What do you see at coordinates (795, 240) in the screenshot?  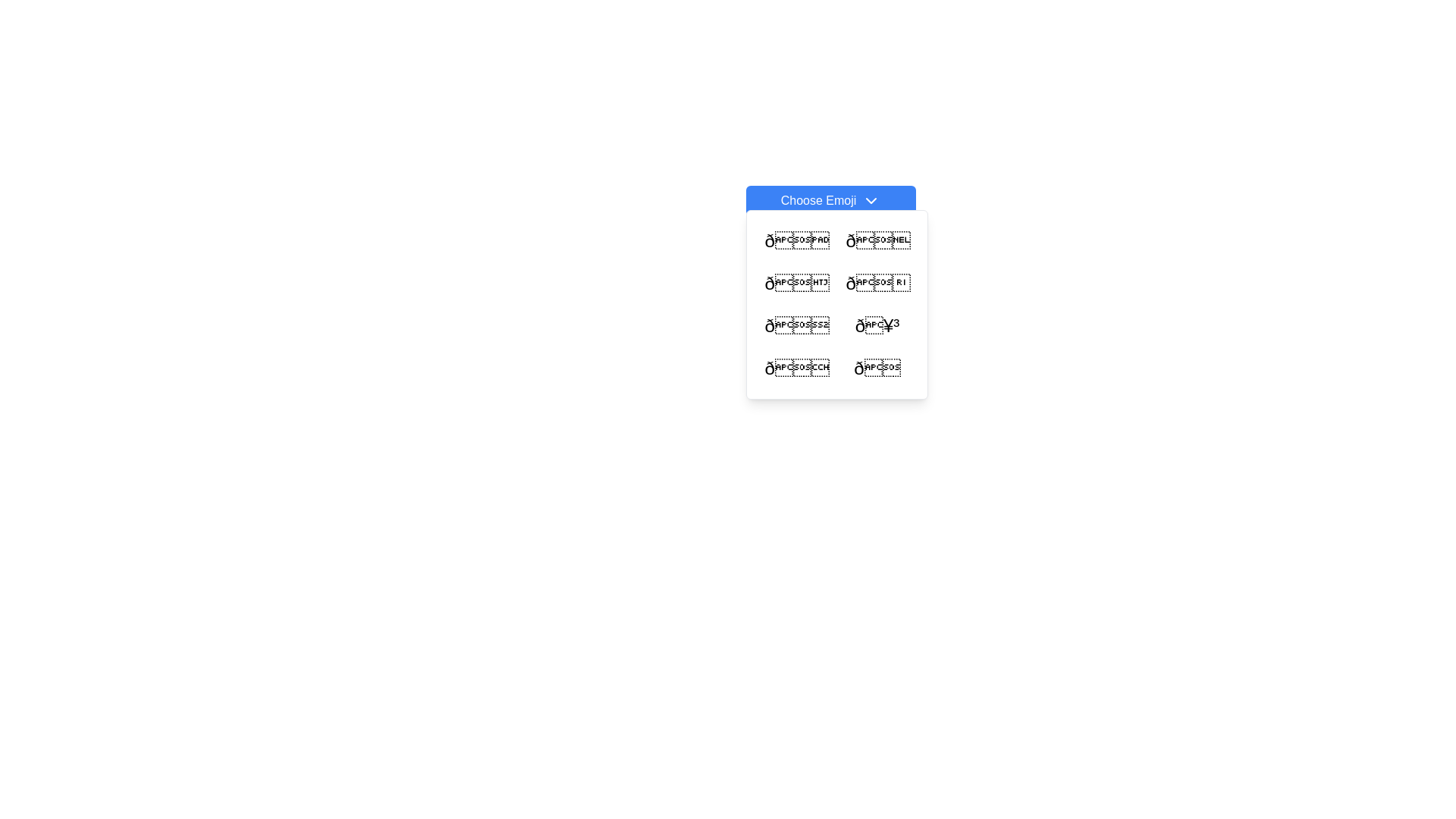 I see `the first emoji in the grid of emoji options` at bounding box center [795, 240].